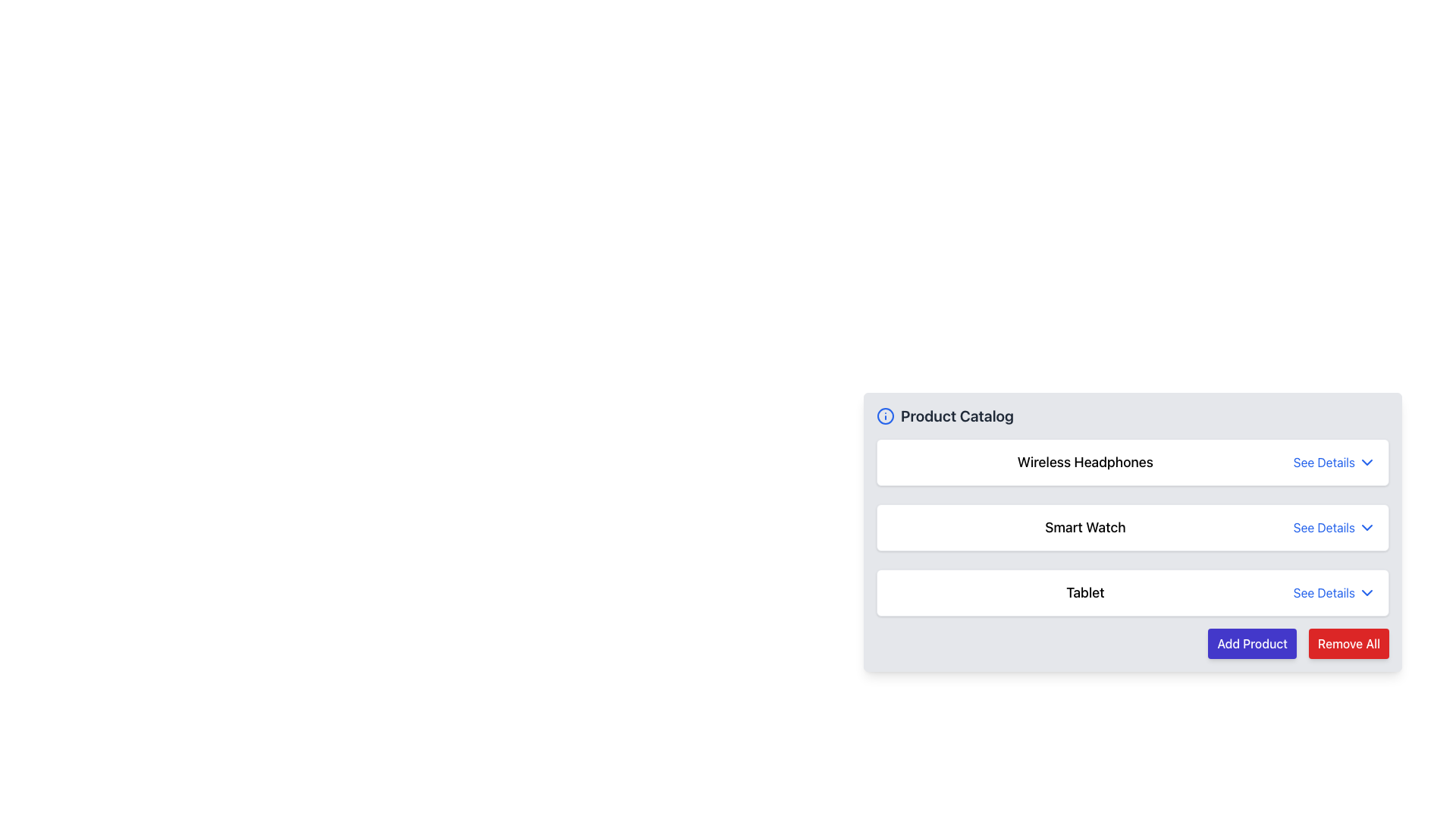 This screenshot has height=819, width=1456. I want to click on the second 'See Details' button on the right side of the 'Smart Watch' product entry in the Product Catalog, so click(1335, 526).